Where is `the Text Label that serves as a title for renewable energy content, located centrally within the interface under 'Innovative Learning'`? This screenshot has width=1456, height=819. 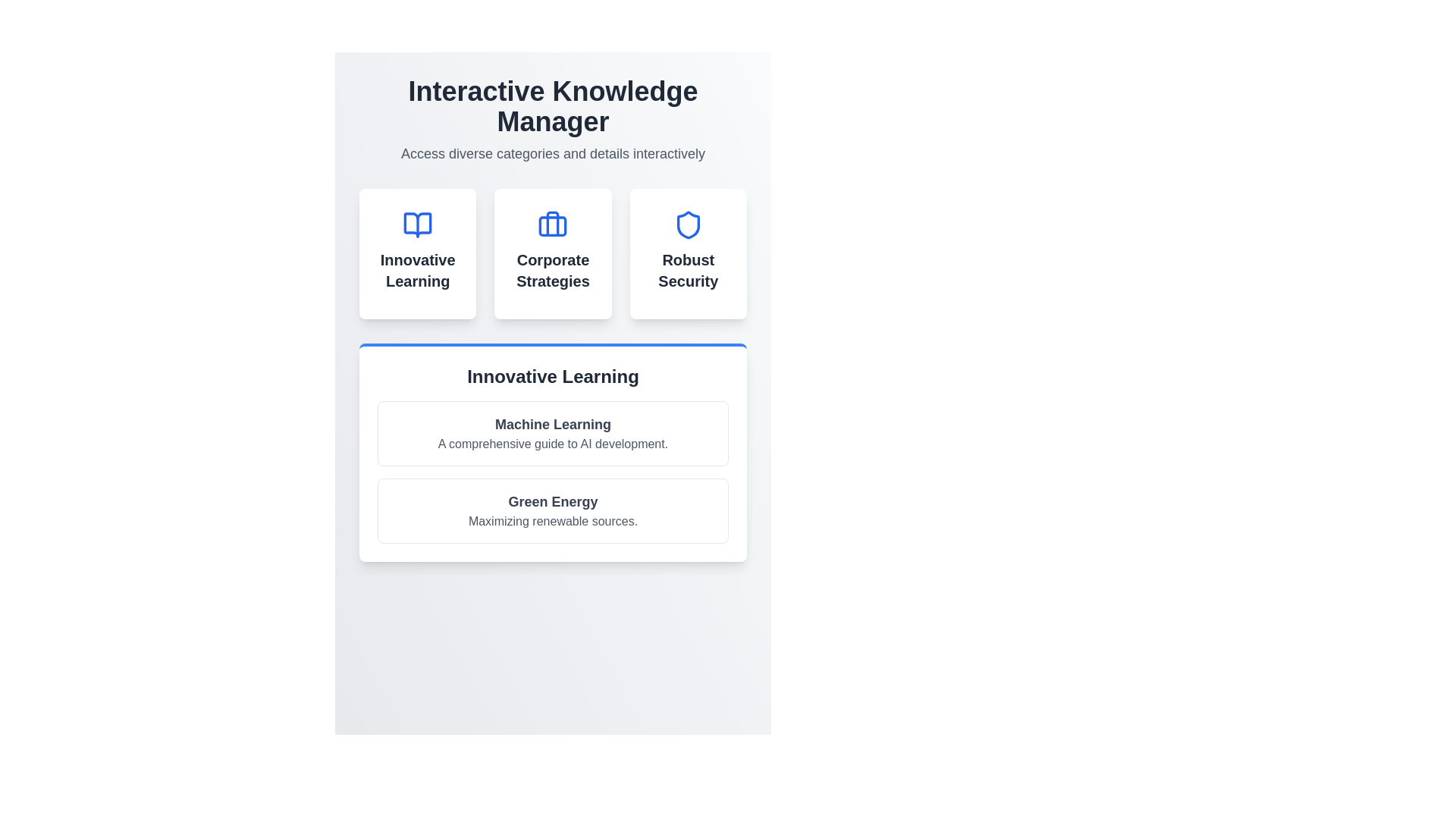 the Text Label that serves as a title for renewable energy content, located centrally within the interface under 'Innovative Learning' is located at coordinates (552, 502).